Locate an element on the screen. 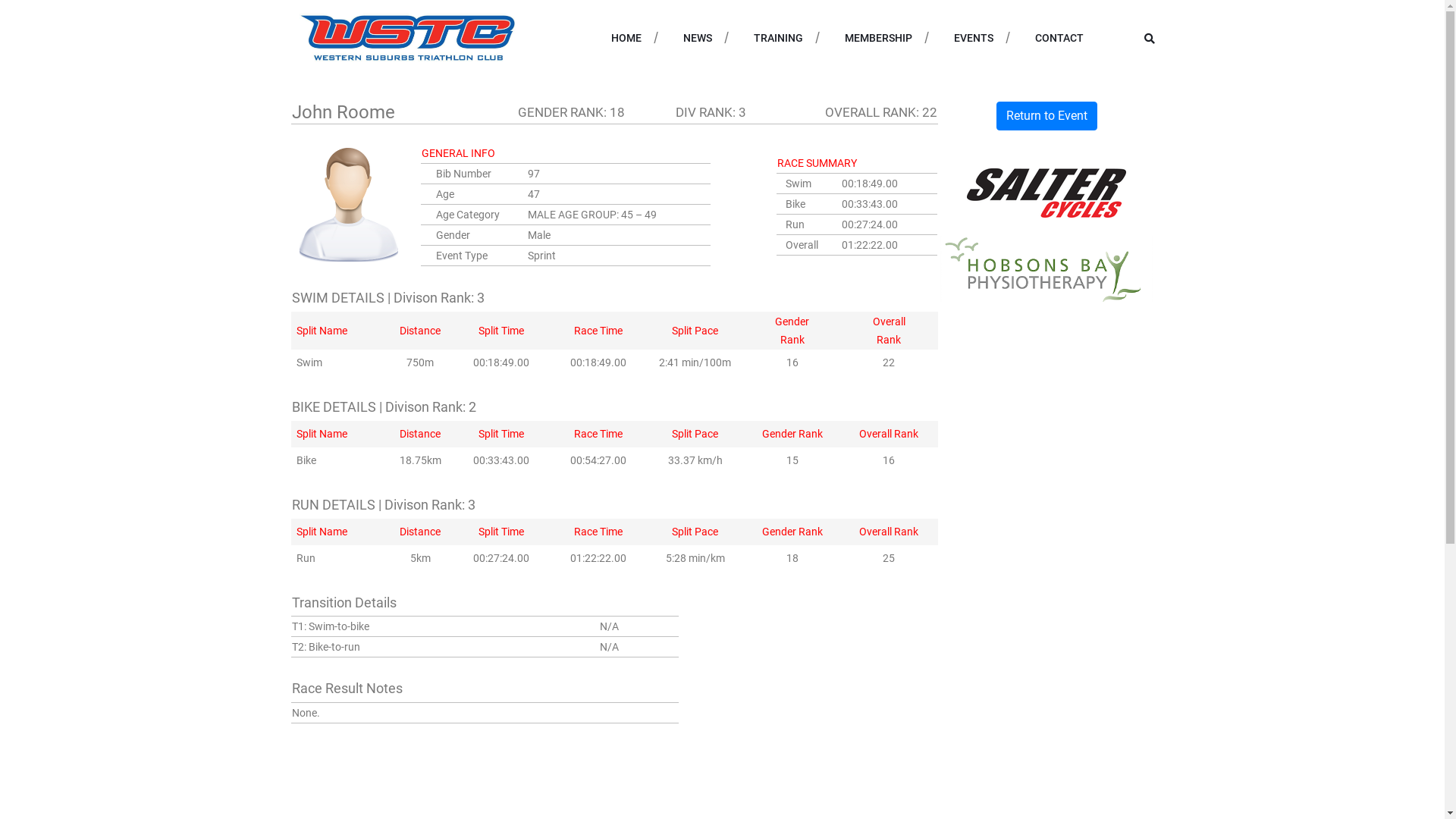  'HOME' is located at coordinates (626, 37).